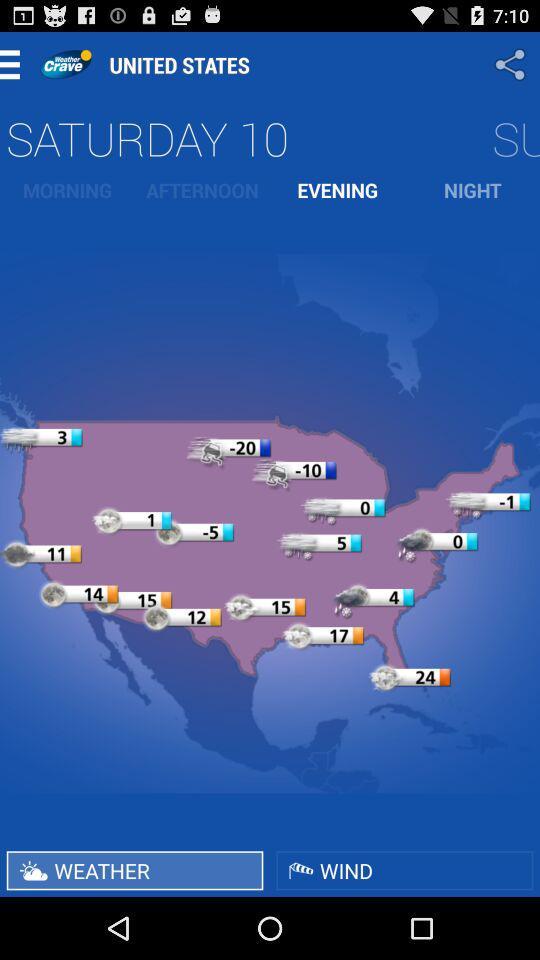 The image size is (540, 960). What do you see at coordinates (135, 869) in the screenshot?
I see `button to the left of wind` at bounding box center [135, 869].